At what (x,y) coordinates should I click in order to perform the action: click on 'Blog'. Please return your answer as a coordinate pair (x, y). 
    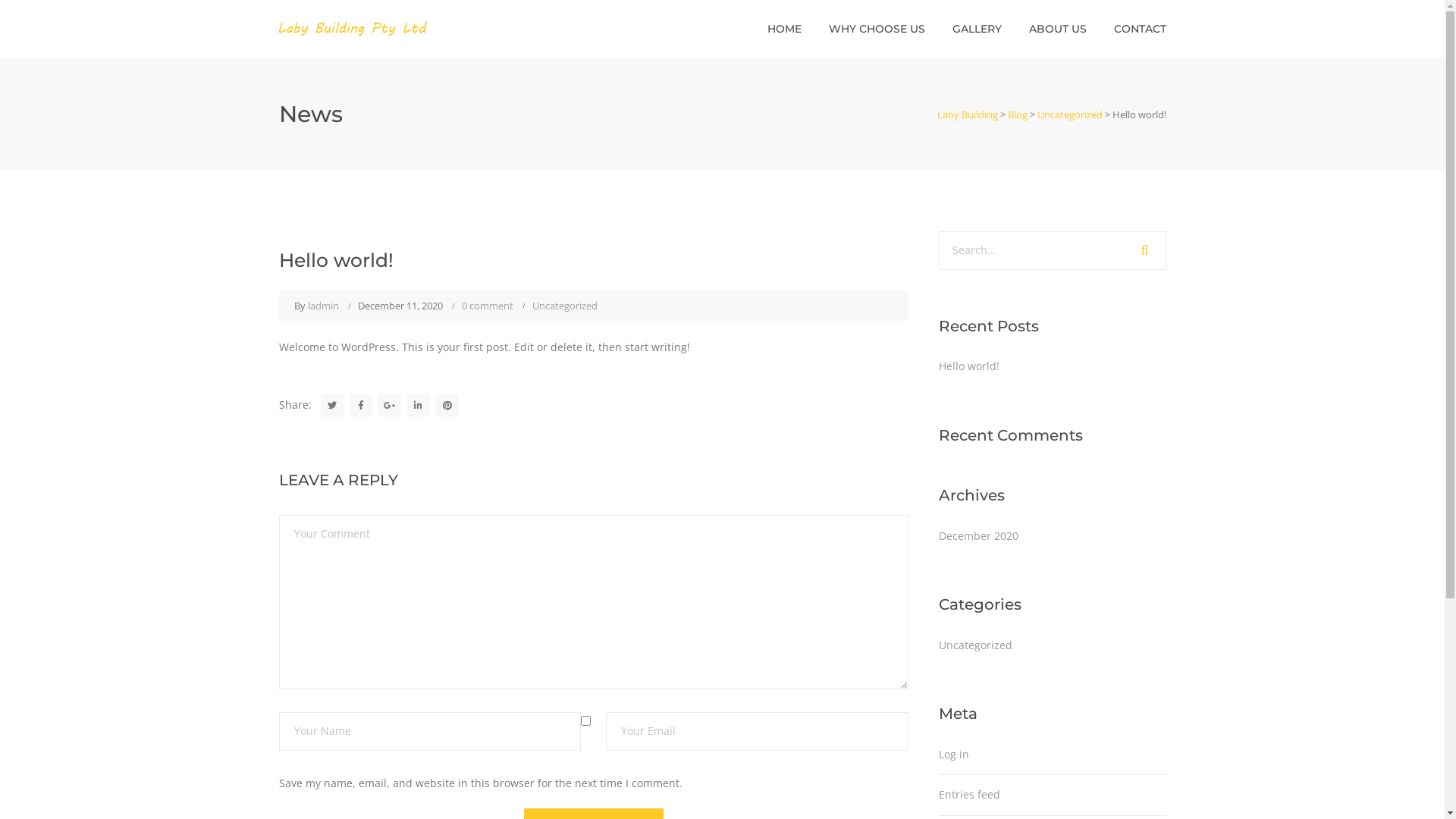
    Looking at the image, I should click on (1016, 113).